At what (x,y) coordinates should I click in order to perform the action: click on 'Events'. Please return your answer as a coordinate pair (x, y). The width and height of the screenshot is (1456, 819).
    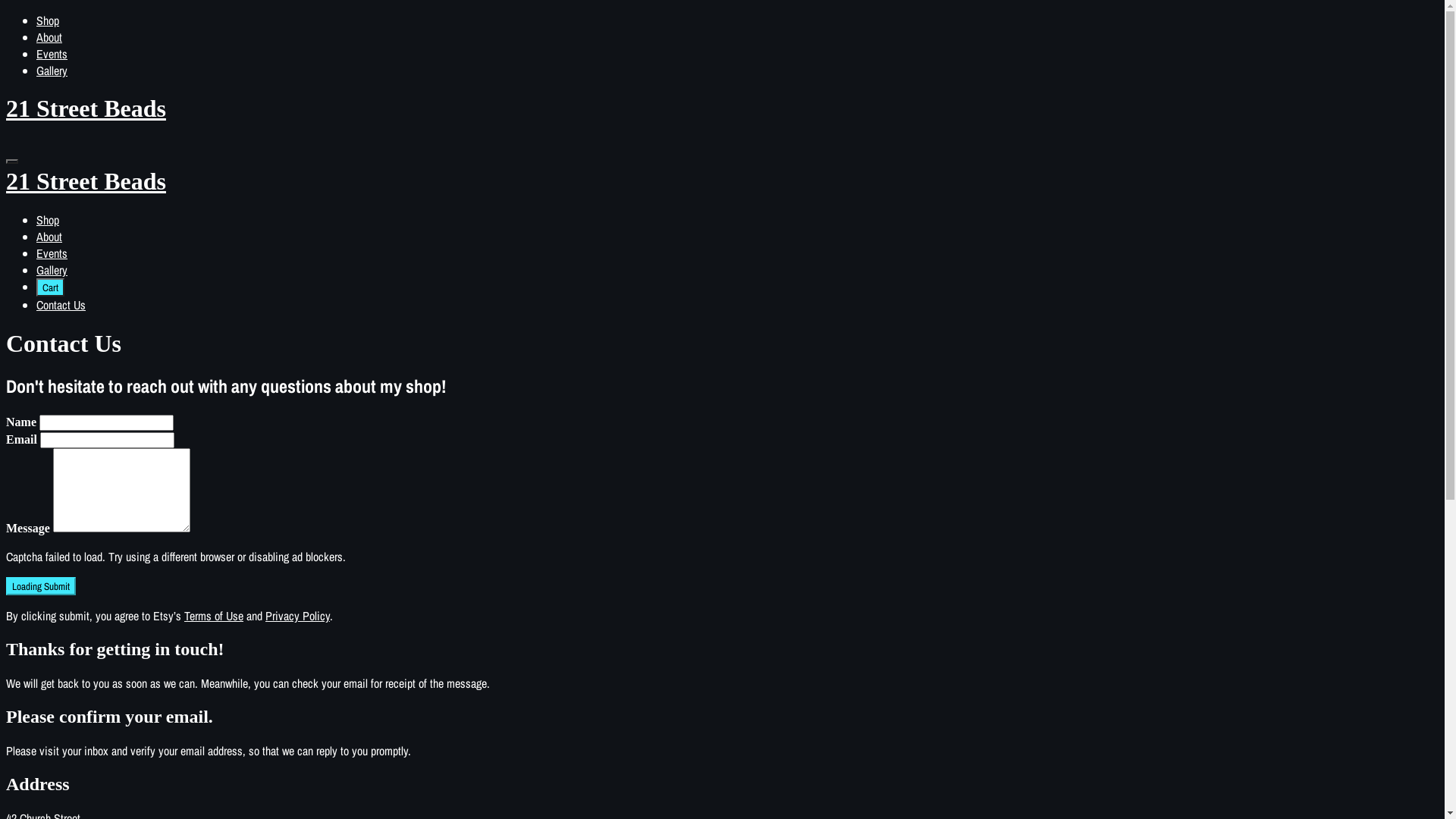
    Looking at the image, I should click on (52, 253).